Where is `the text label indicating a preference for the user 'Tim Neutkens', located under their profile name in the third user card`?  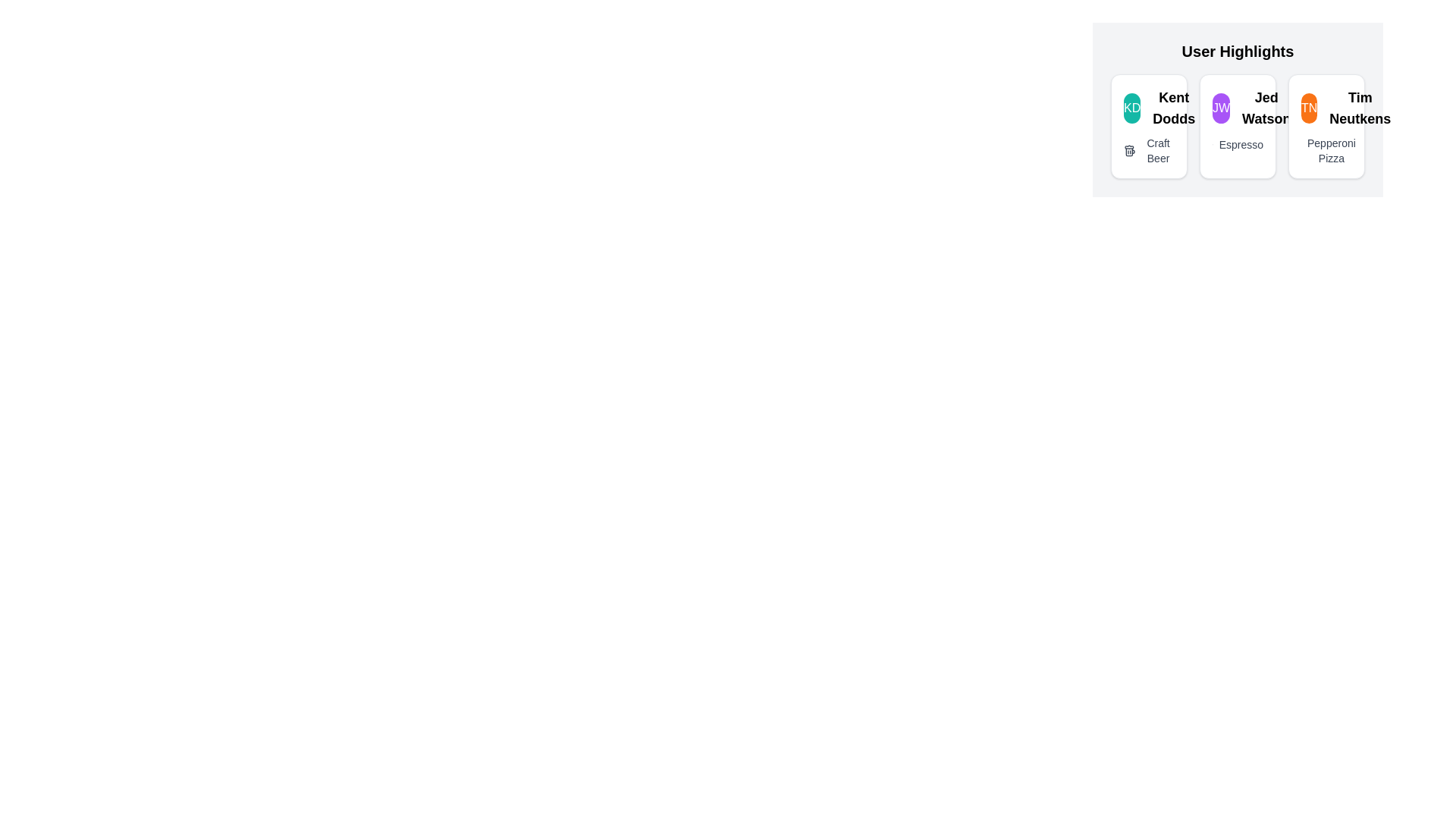 the text label indicating a preference for the user 'Tim Neutkens', located under their profile name in the third user card is located at coordinates (1330, 151).